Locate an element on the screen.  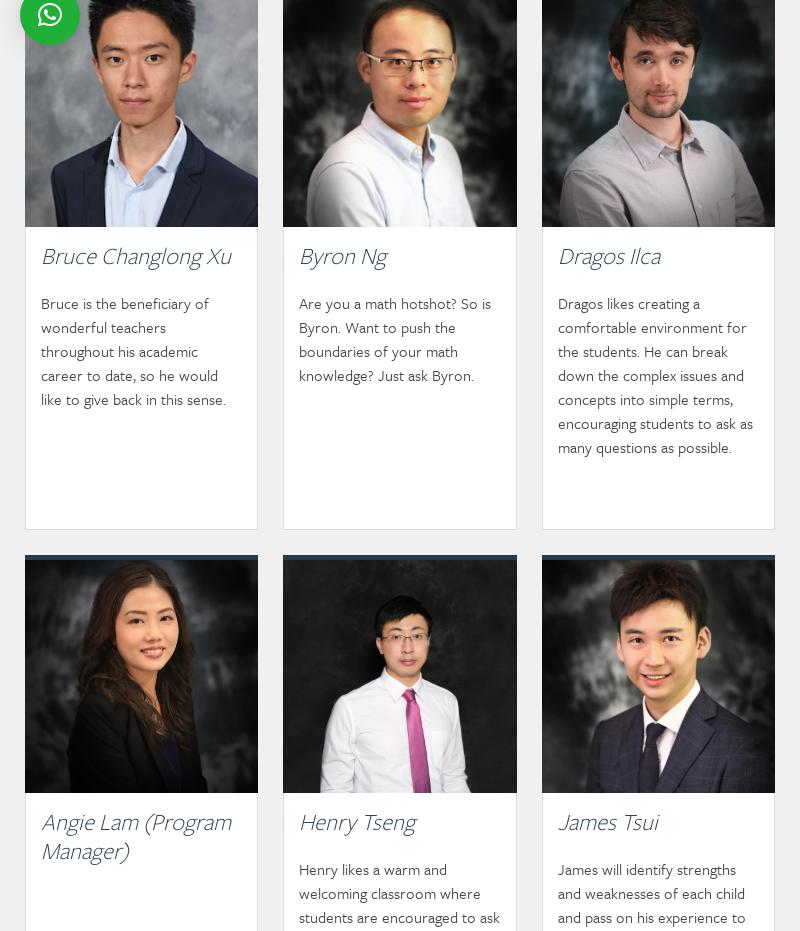
'Bruce is the beneficiary of wonderful teachers throughout his academic career to date, so he would like to give back in this sense.' is located at coordinates (132, 349).